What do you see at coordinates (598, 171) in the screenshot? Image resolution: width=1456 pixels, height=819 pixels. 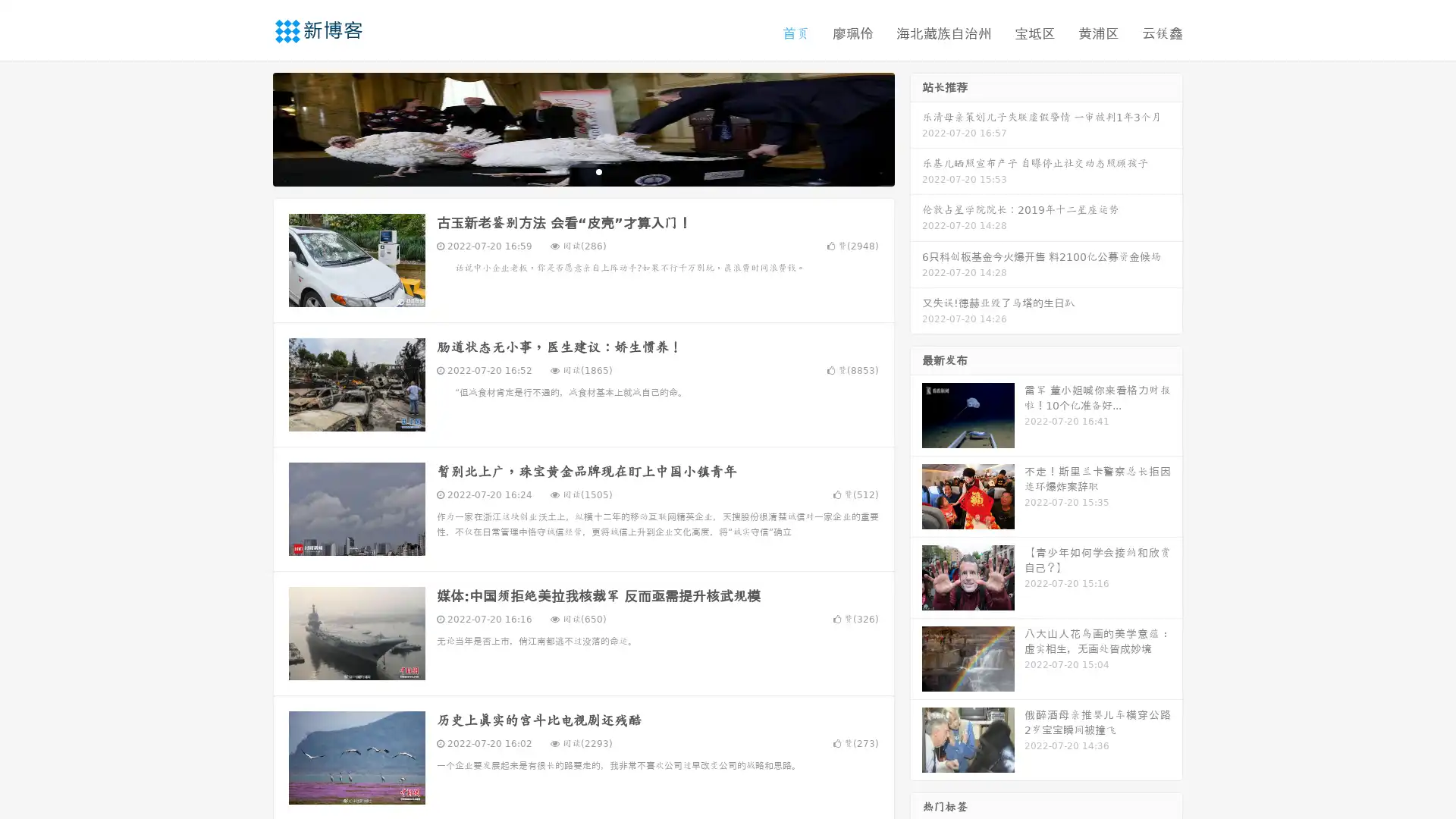 I see `Go to slide 3` at bounding box center [598, 171].